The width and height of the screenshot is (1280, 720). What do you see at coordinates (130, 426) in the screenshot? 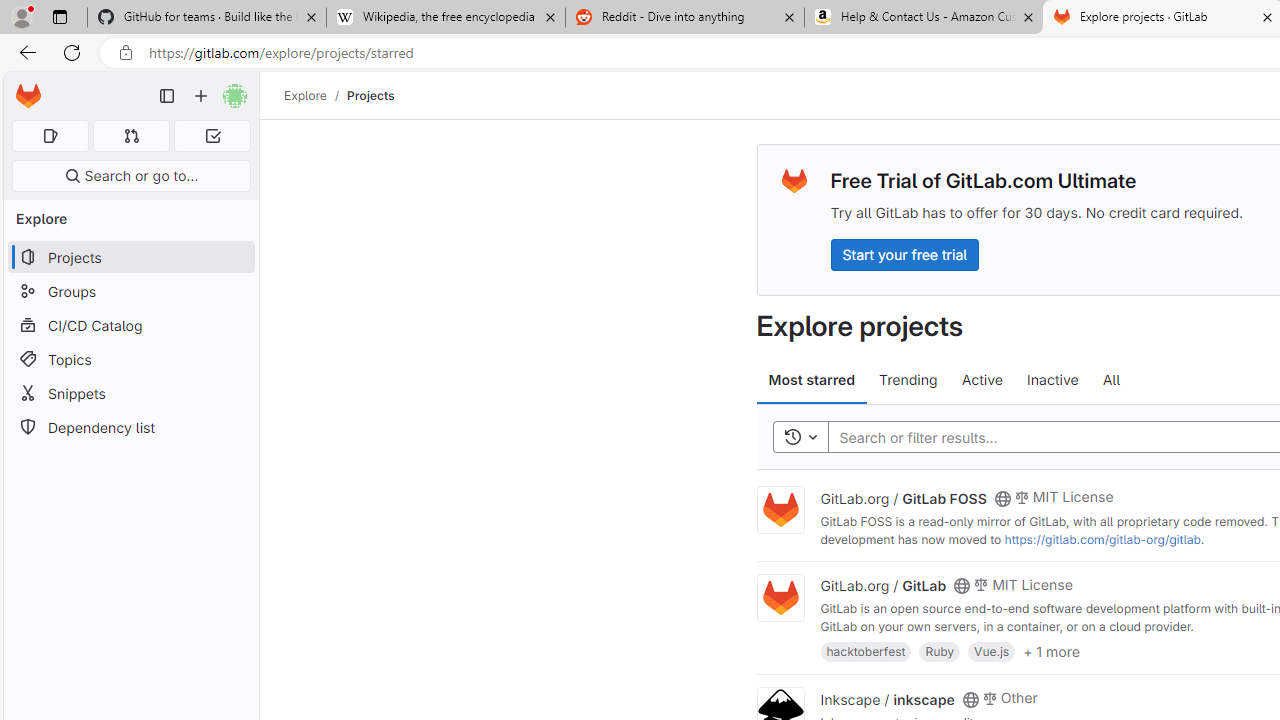
I see `'Dependency list'` at bounding box center [130, 426].